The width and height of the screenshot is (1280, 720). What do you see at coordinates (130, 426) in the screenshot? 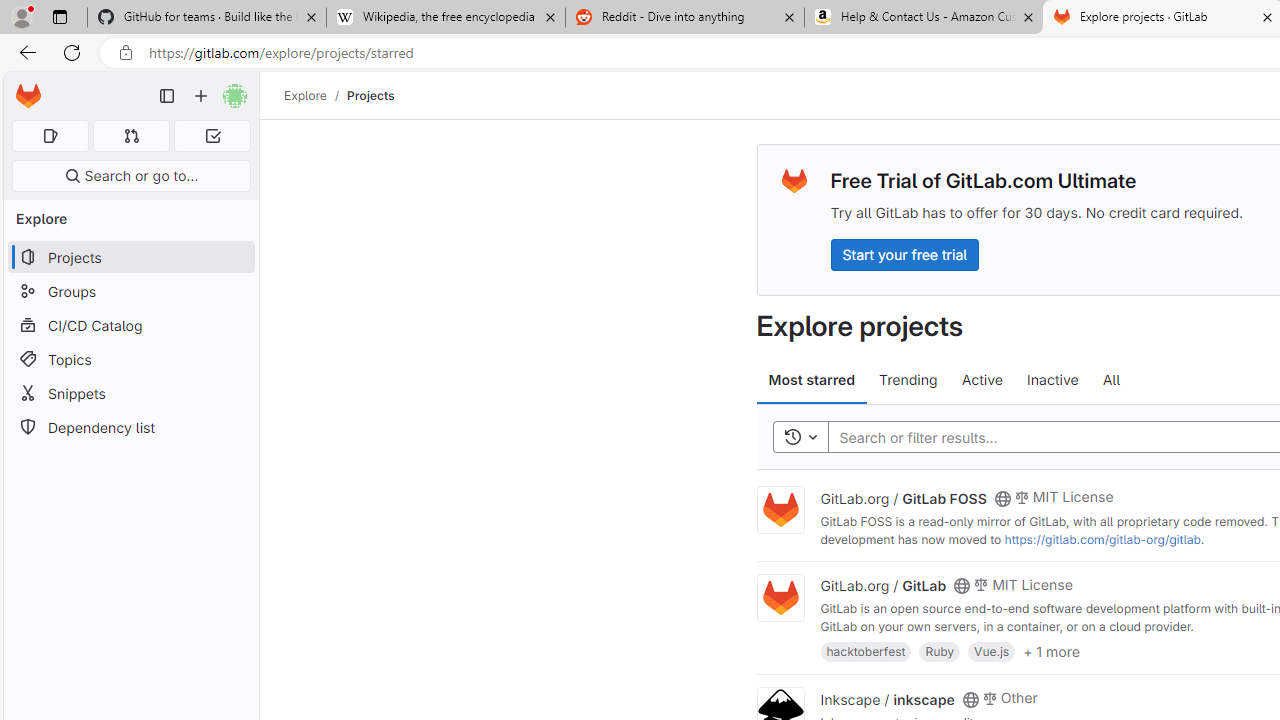
I see `'Dependency list'` at bounding box center [130, 426].